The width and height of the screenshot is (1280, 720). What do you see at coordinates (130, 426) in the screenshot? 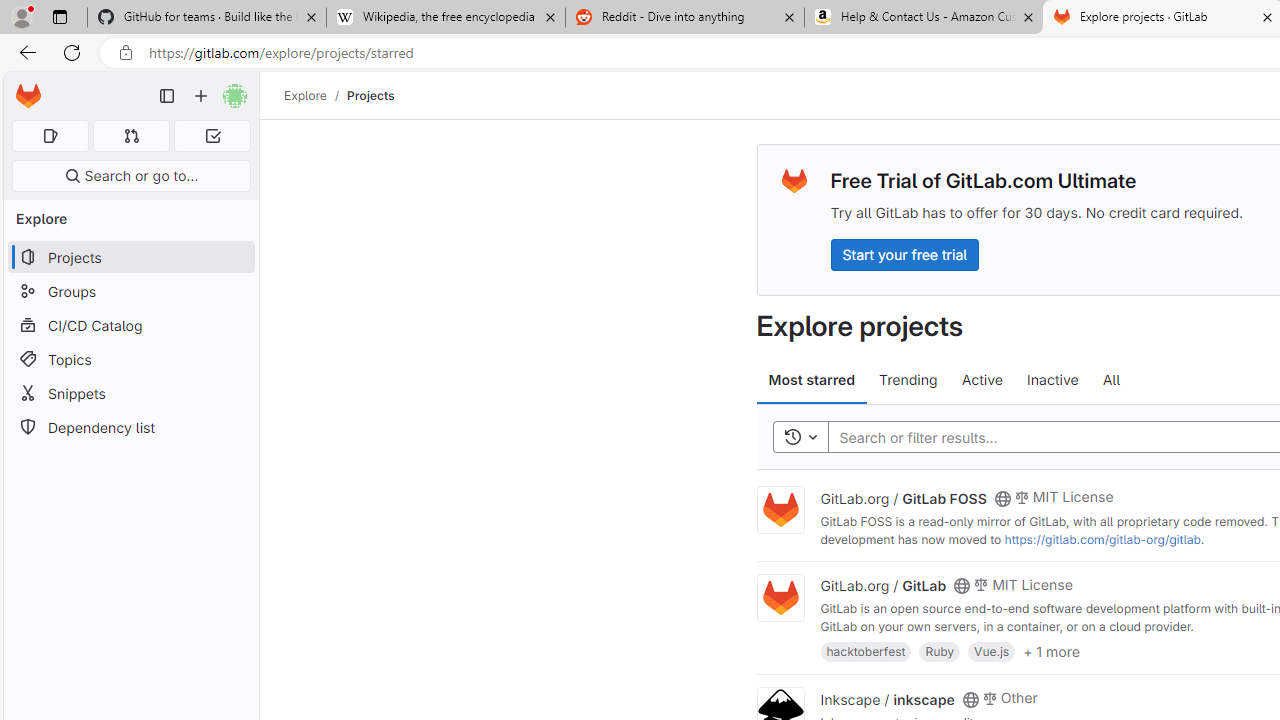
I see `'Dependency list'` at bounding box center [130, 426].